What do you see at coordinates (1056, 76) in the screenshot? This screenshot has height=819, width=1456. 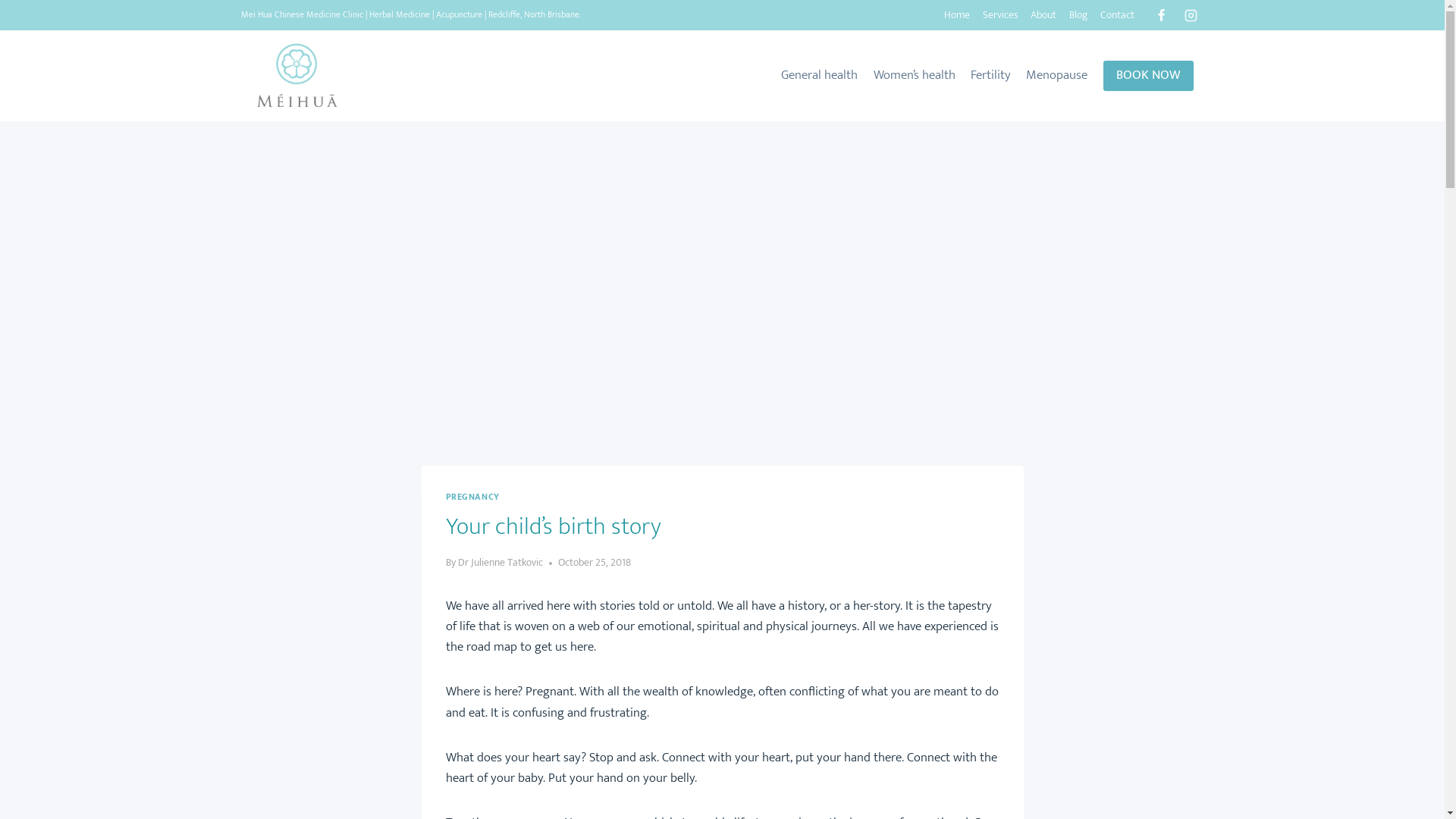 I see `'Menopause'` at bounding box center [1056, 76].